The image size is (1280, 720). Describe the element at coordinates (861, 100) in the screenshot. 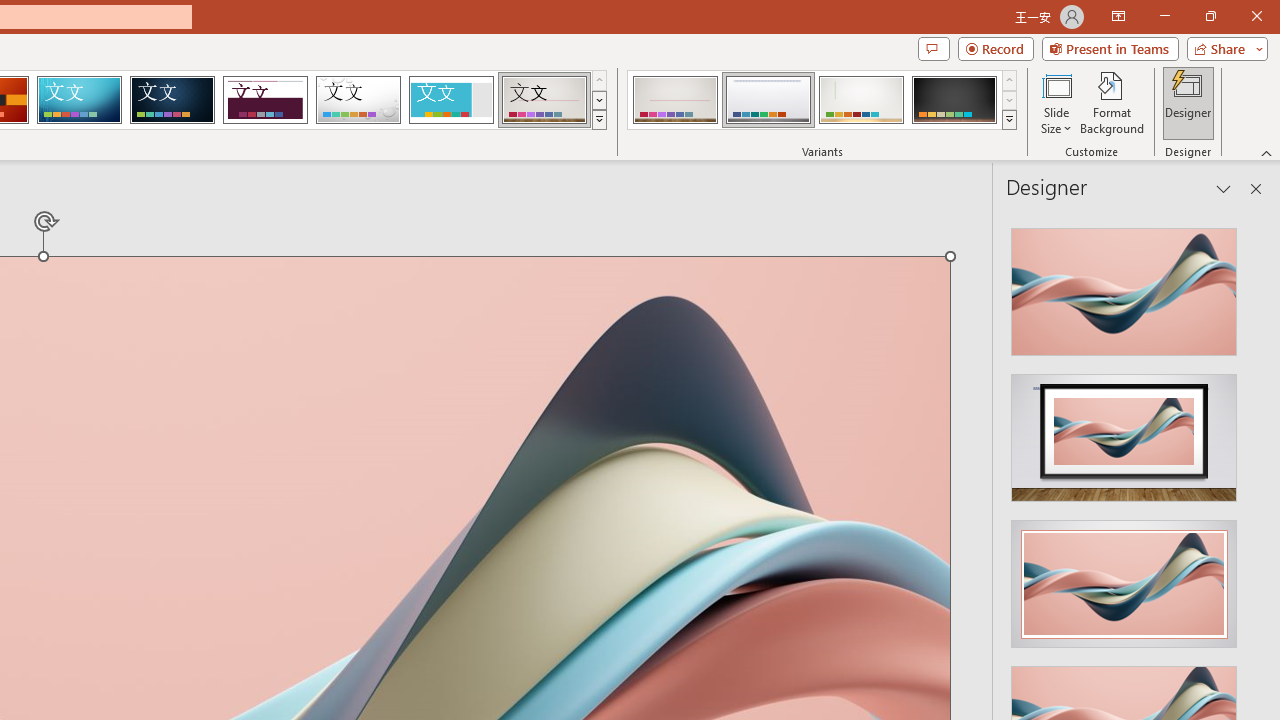

I see `'Gallery Variant 3'` at that location.